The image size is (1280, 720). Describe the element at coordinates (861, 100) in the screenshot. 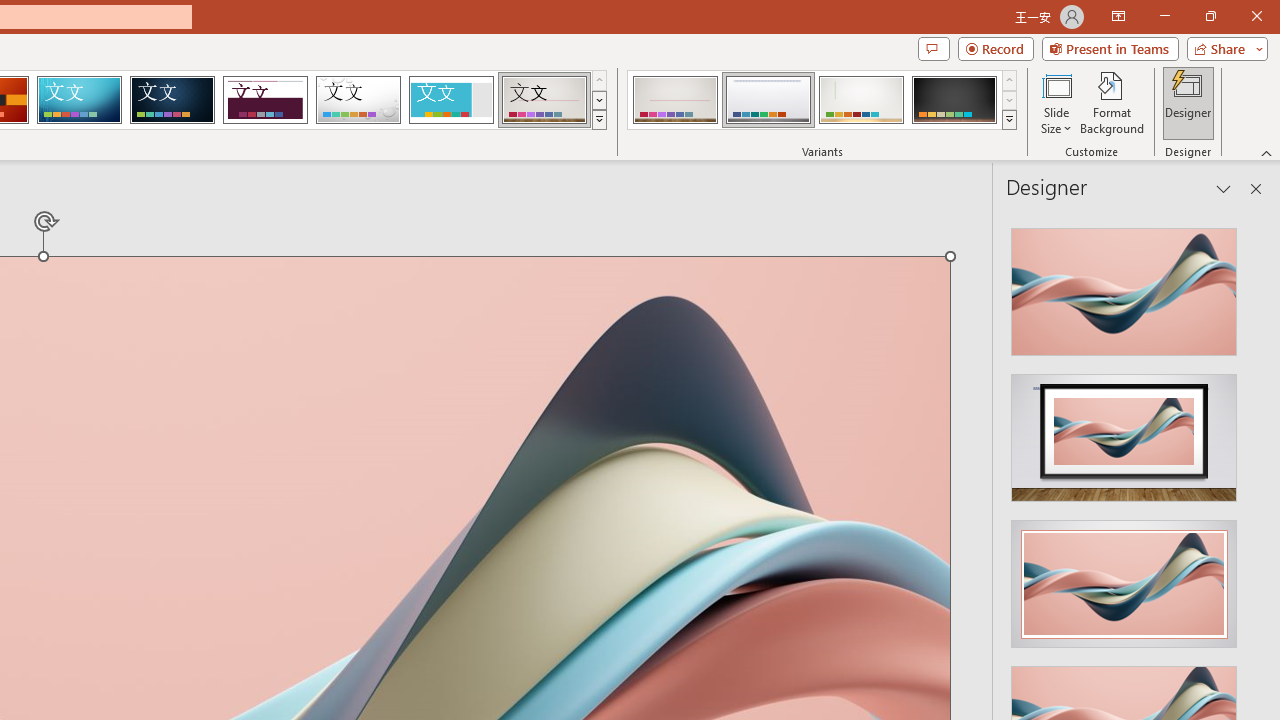

I see `'Gallery Variant 3'` at that location.